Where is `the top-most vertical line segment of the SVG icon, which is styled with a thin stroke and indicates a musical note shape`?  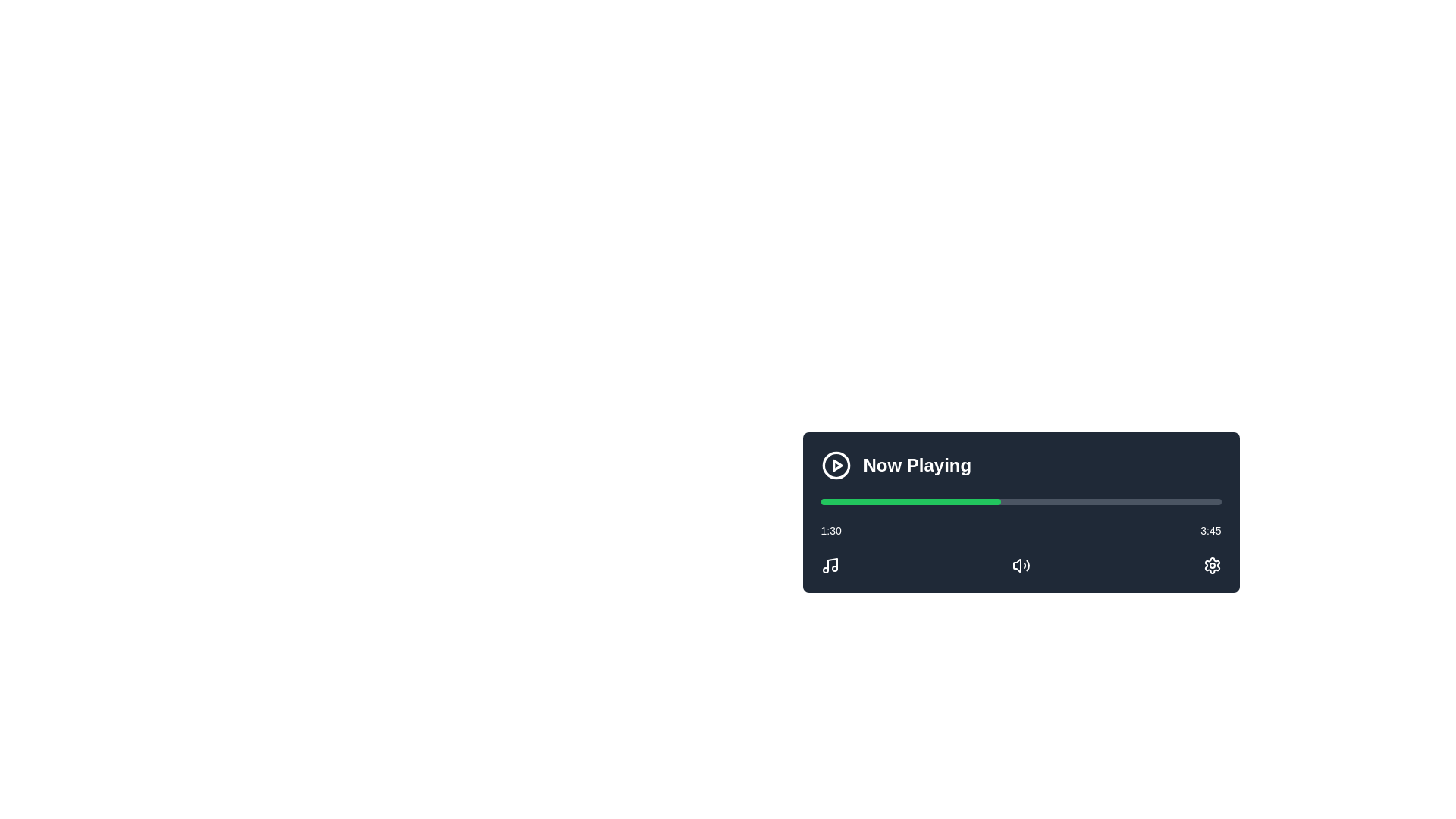
the top-most vertical line segment of the SVG icon, which is styled with a thin stroke and indicates a musical note shape is located at coordinates (831, 564).